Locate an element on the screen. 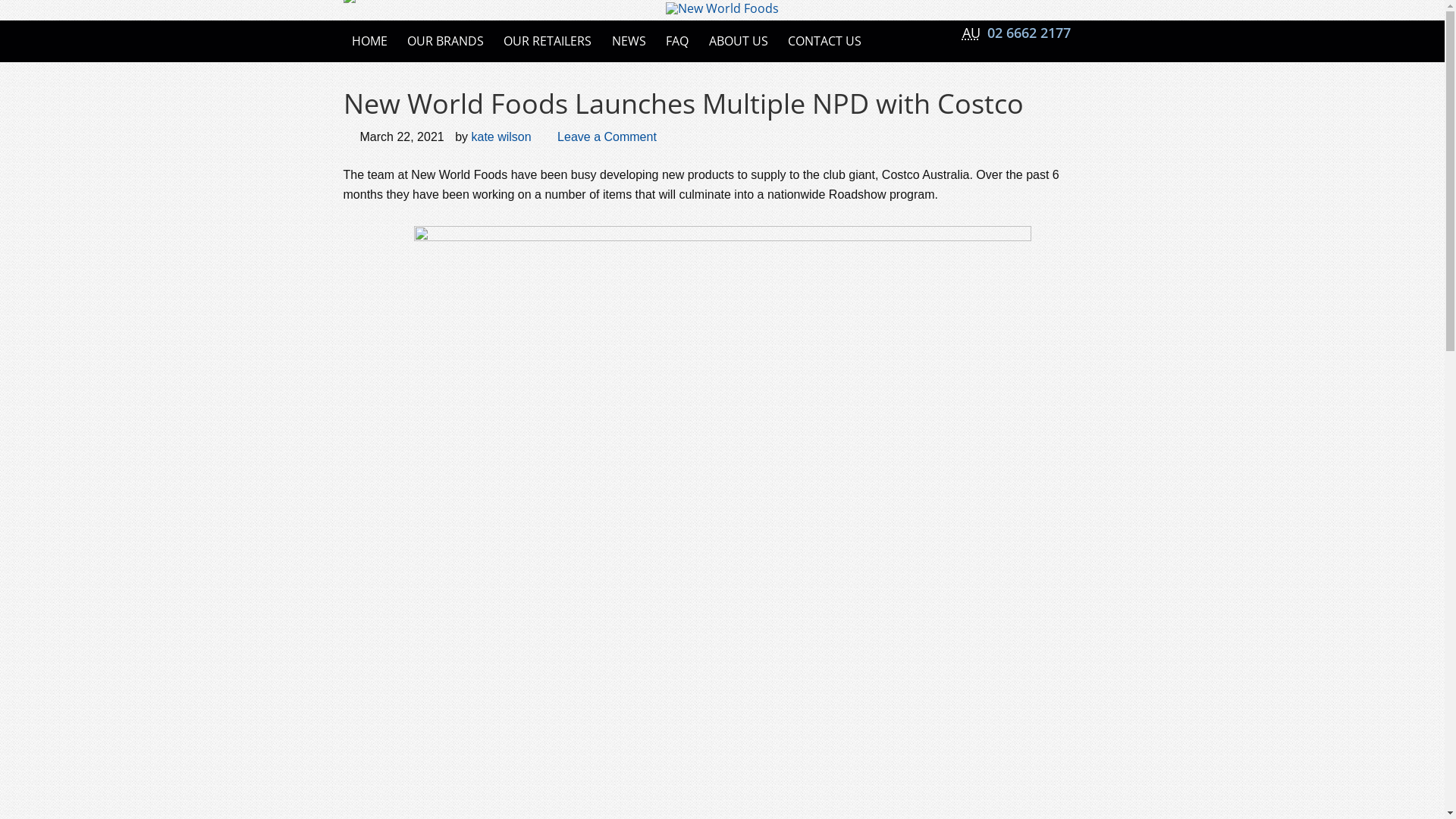 The image size is (1456, 819). 'OUR RETAILERS' is located at coordinates (546, 40).